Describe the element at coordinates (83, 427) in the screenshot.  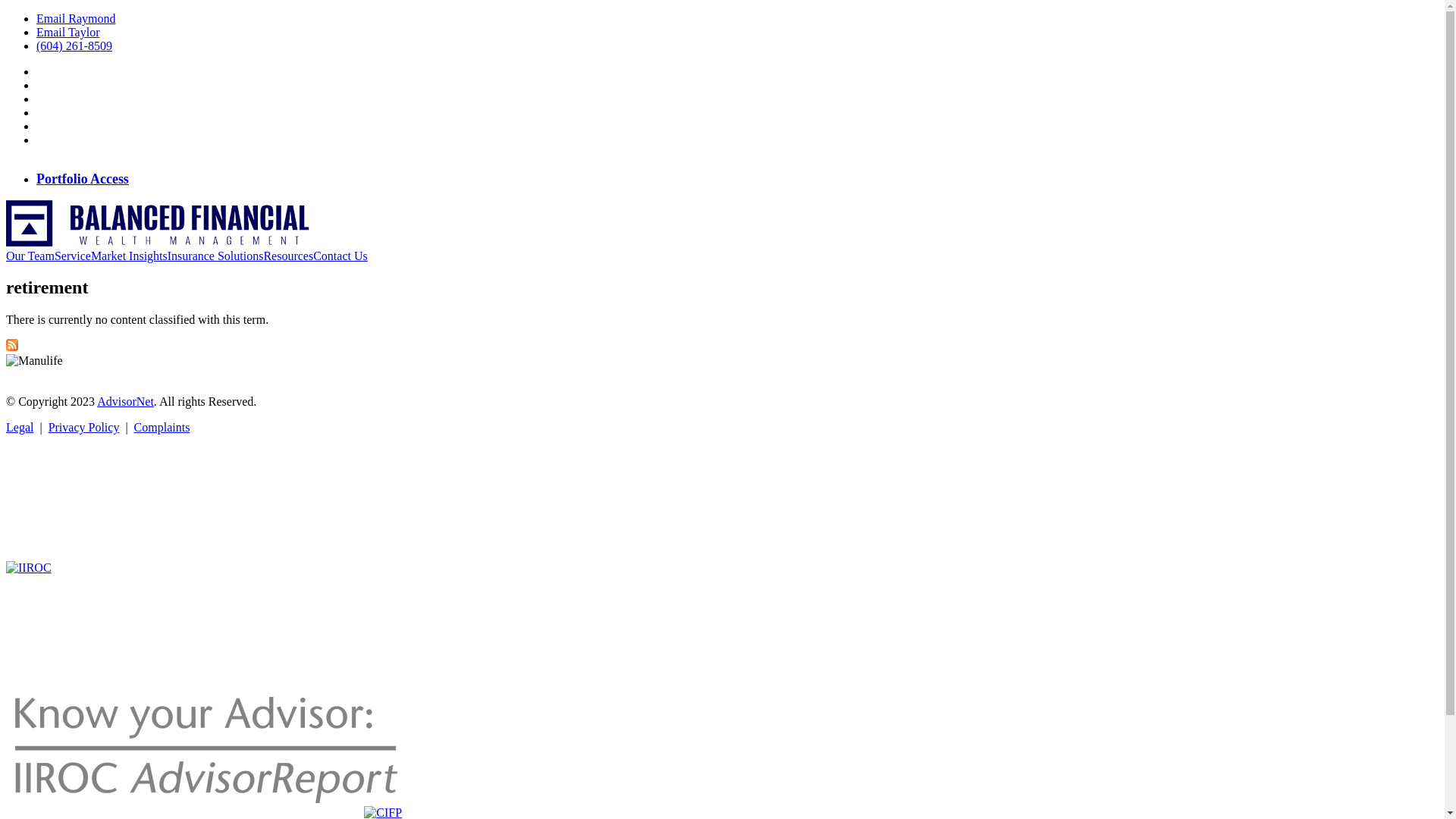
I see `'Privacy Policy'` at that location.